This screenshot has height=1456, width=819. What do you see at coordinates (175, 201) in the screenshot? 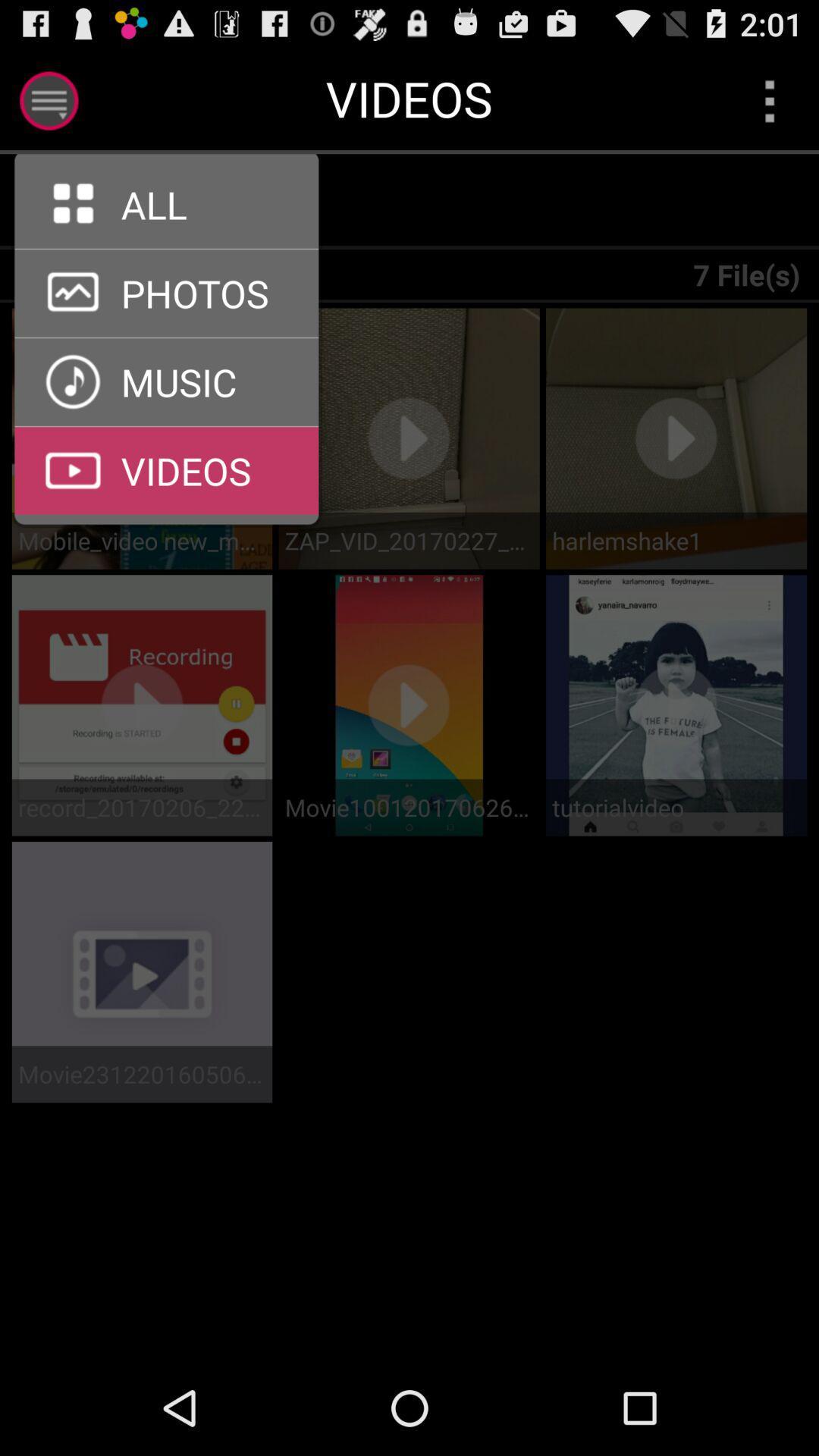
I see `icon below the videos icon` at bounding box center [175, 201].